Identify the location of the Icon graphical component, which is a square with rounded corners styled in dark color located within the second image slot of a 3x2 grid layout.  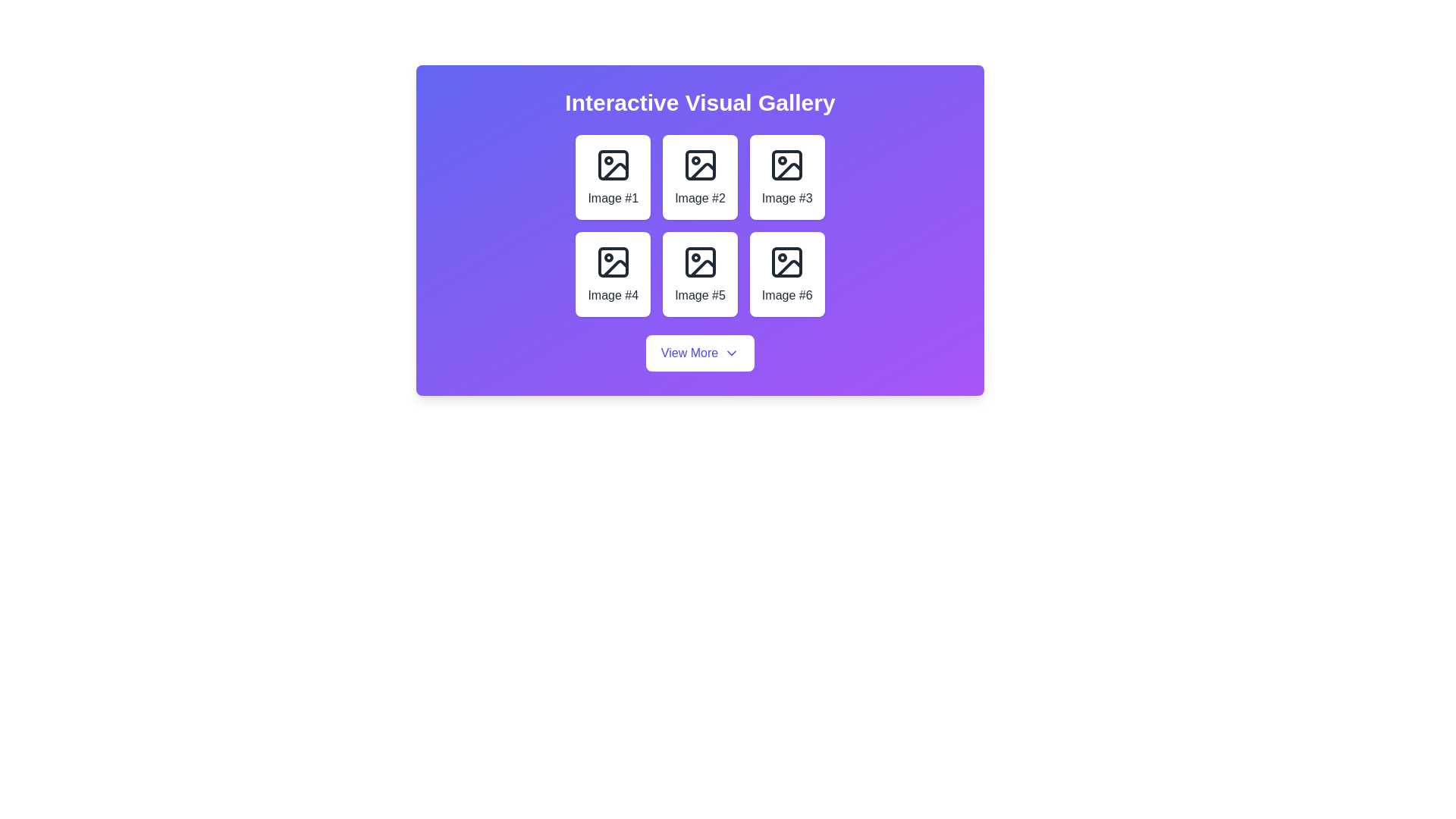
(699, 165).